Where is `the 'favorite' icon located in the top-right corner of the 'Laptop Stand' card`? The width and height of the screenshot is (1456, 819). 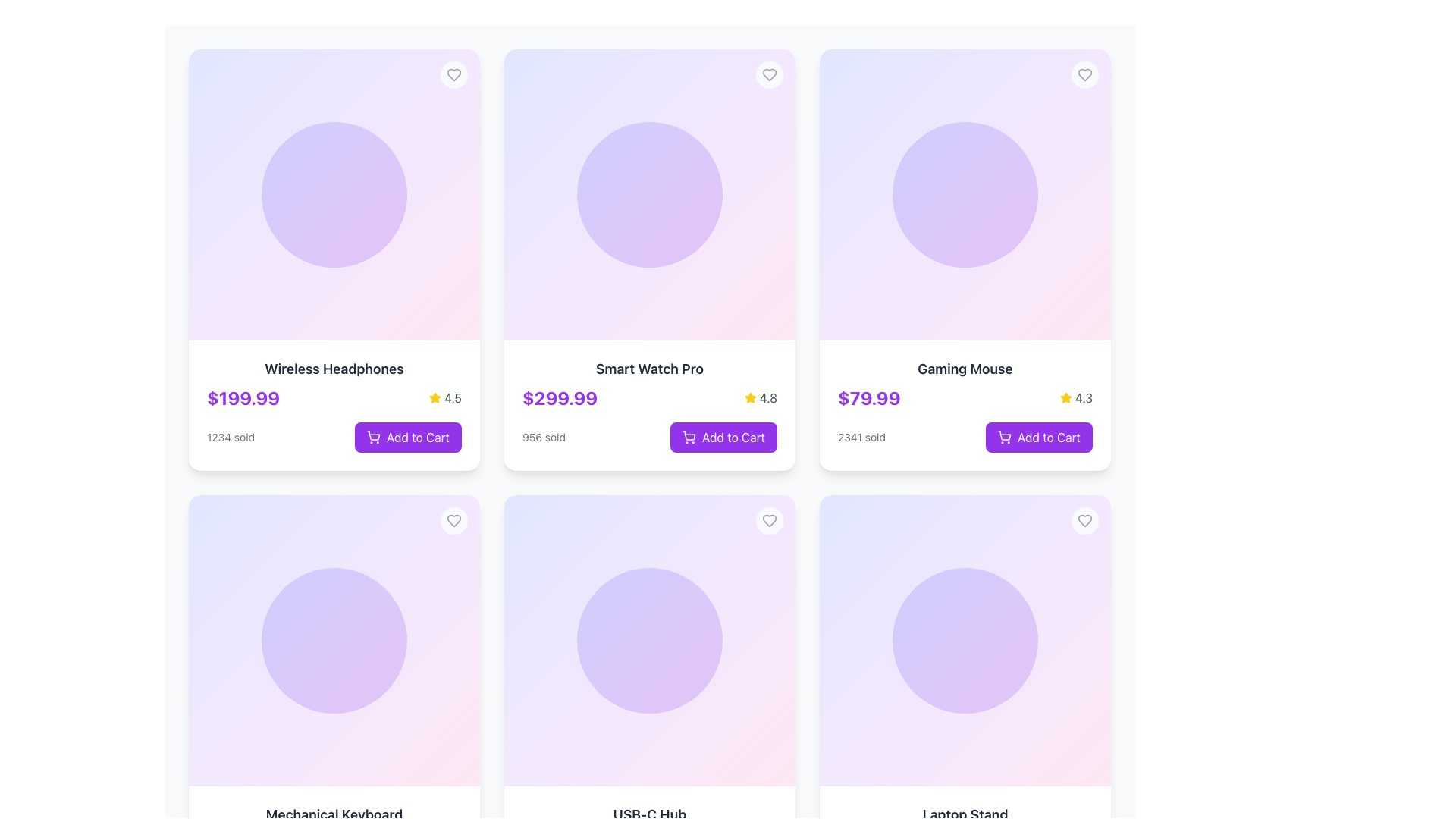 the 'favorite' icon located in the top-right corner of the 'Laptop Stand' card is located at coordinates (1084, 519).